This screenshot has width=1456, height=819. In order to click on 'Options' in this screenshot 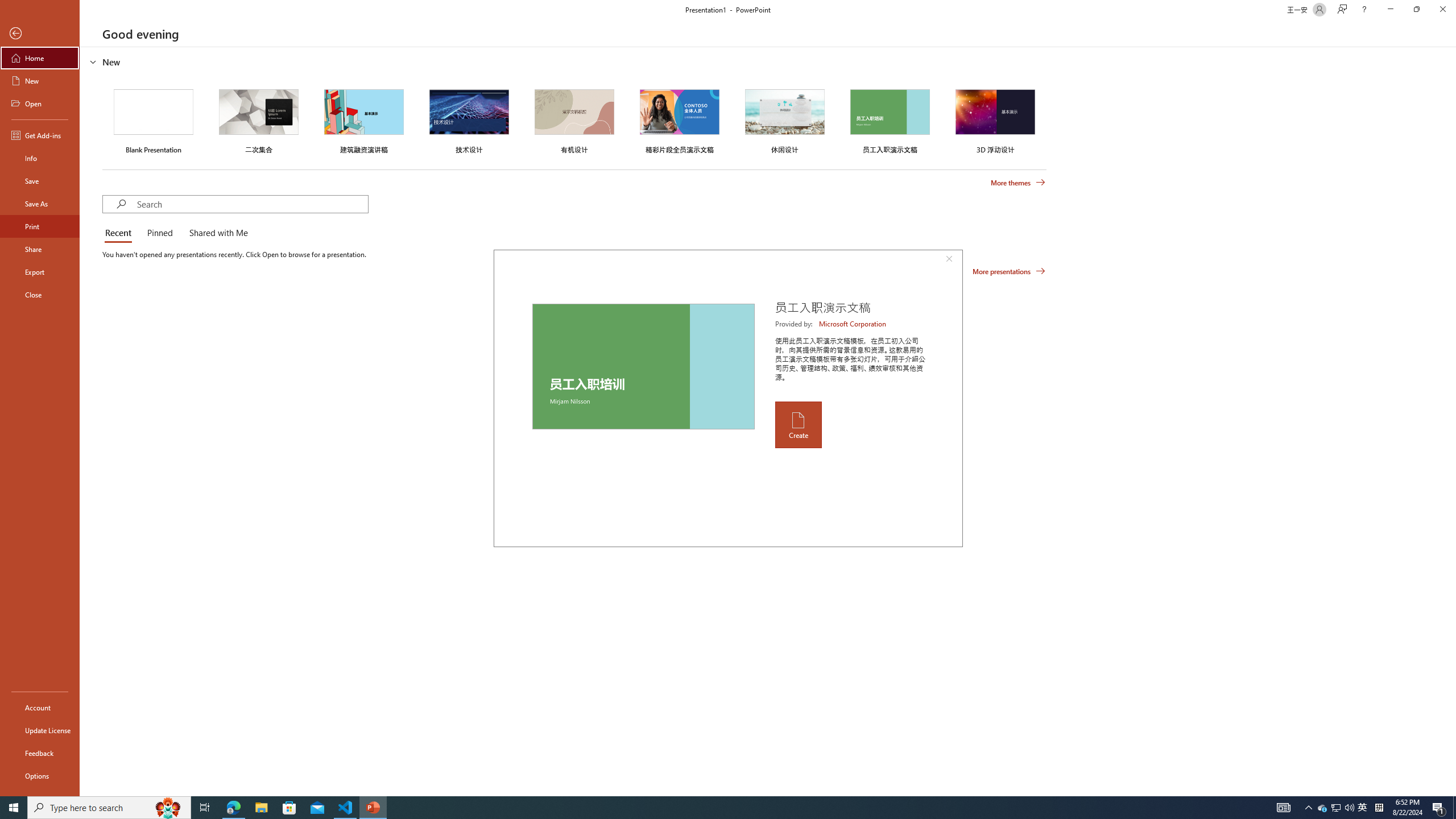, I will do `click(39, 775)`.